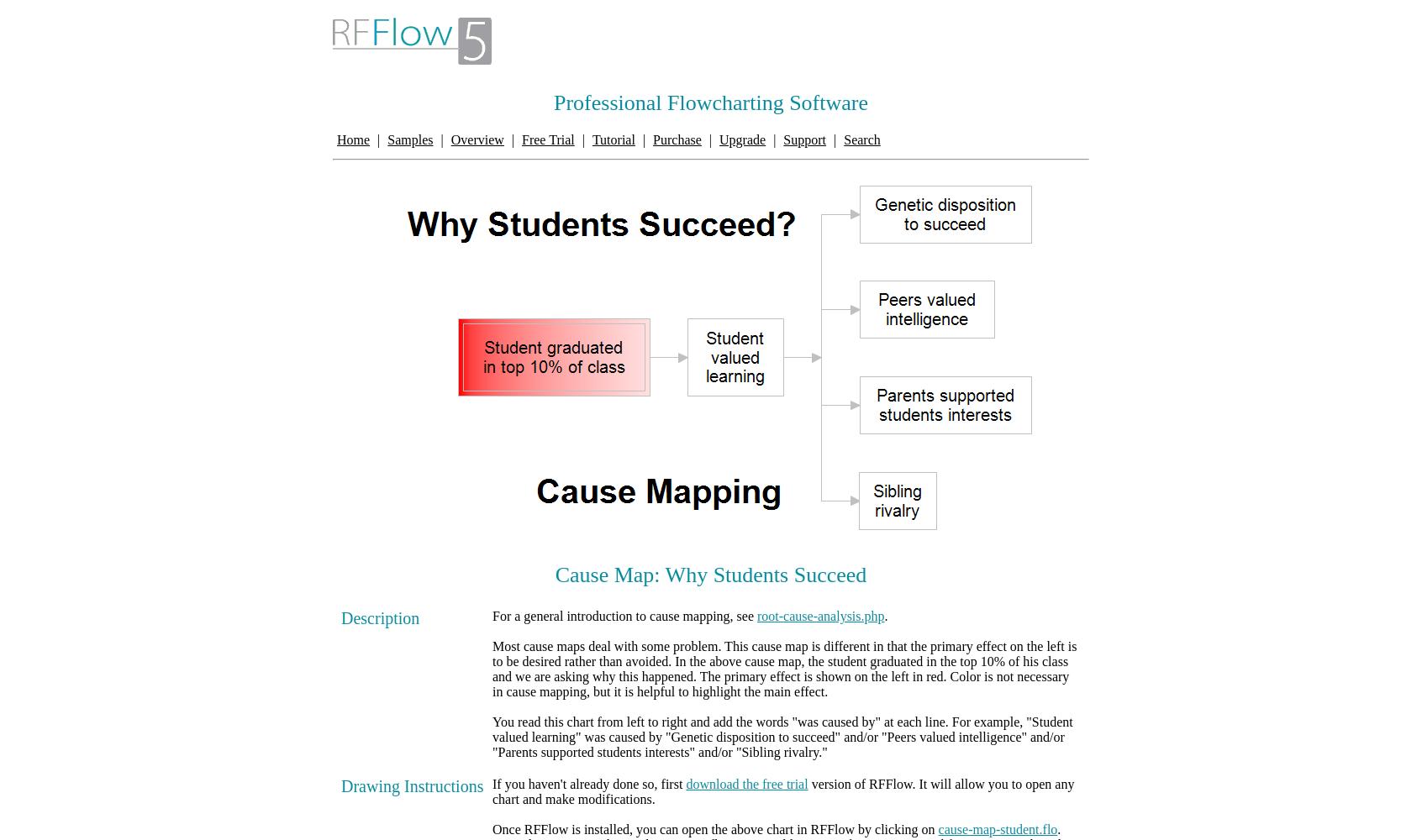 The width and height of the screenshot is (1422, 840). Describe the element at coordinates (353, 139) in the screenshot. I see `'Home'` at that location.